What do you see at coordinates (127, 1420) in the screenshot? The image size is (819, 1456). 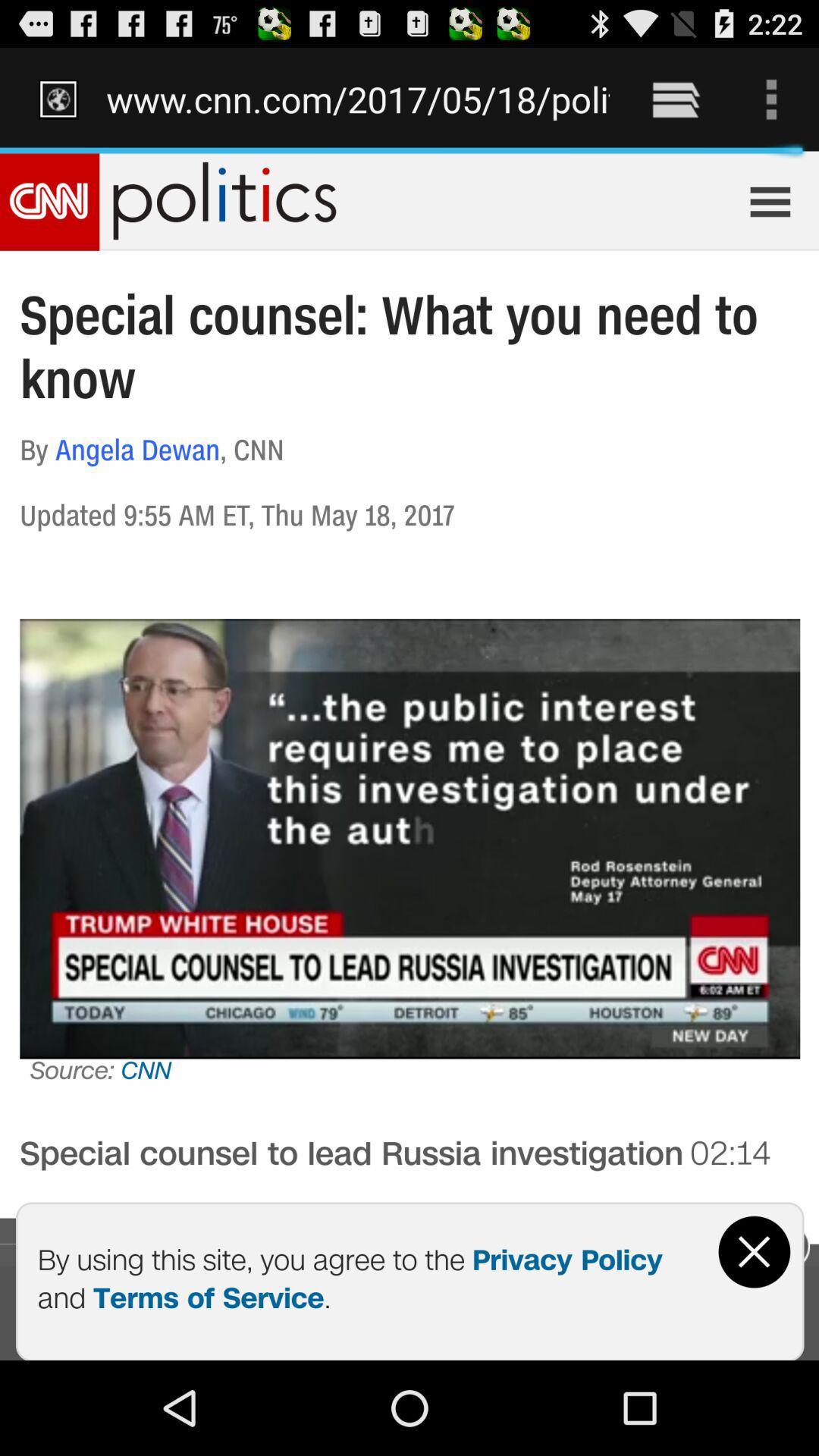 I see `the bottom left corner of the image` at bounding box center [127, 1420].